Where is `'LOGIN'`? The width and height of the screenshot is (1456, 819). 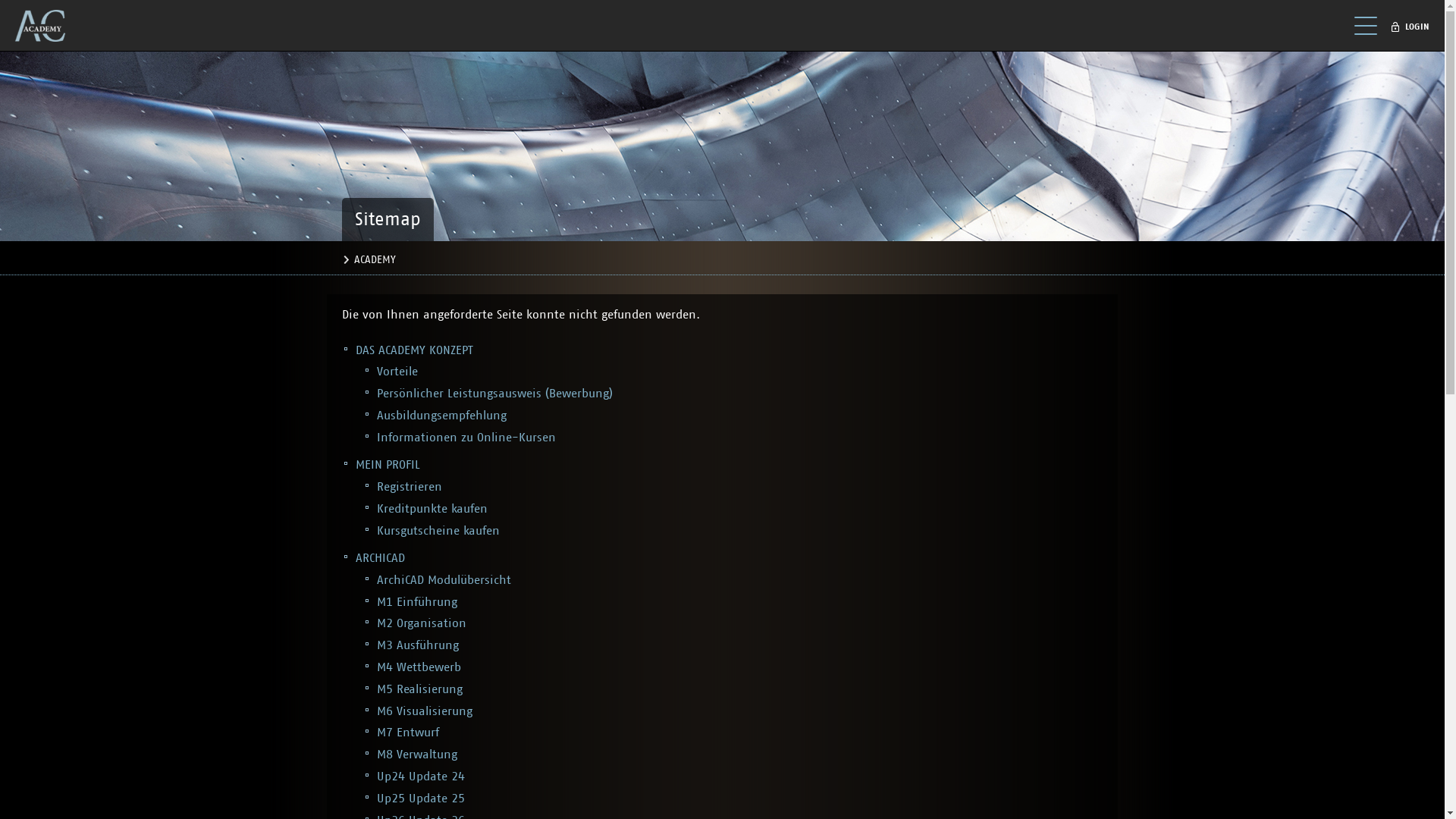
'LOGIN' is located at coordinates (1413, 27).